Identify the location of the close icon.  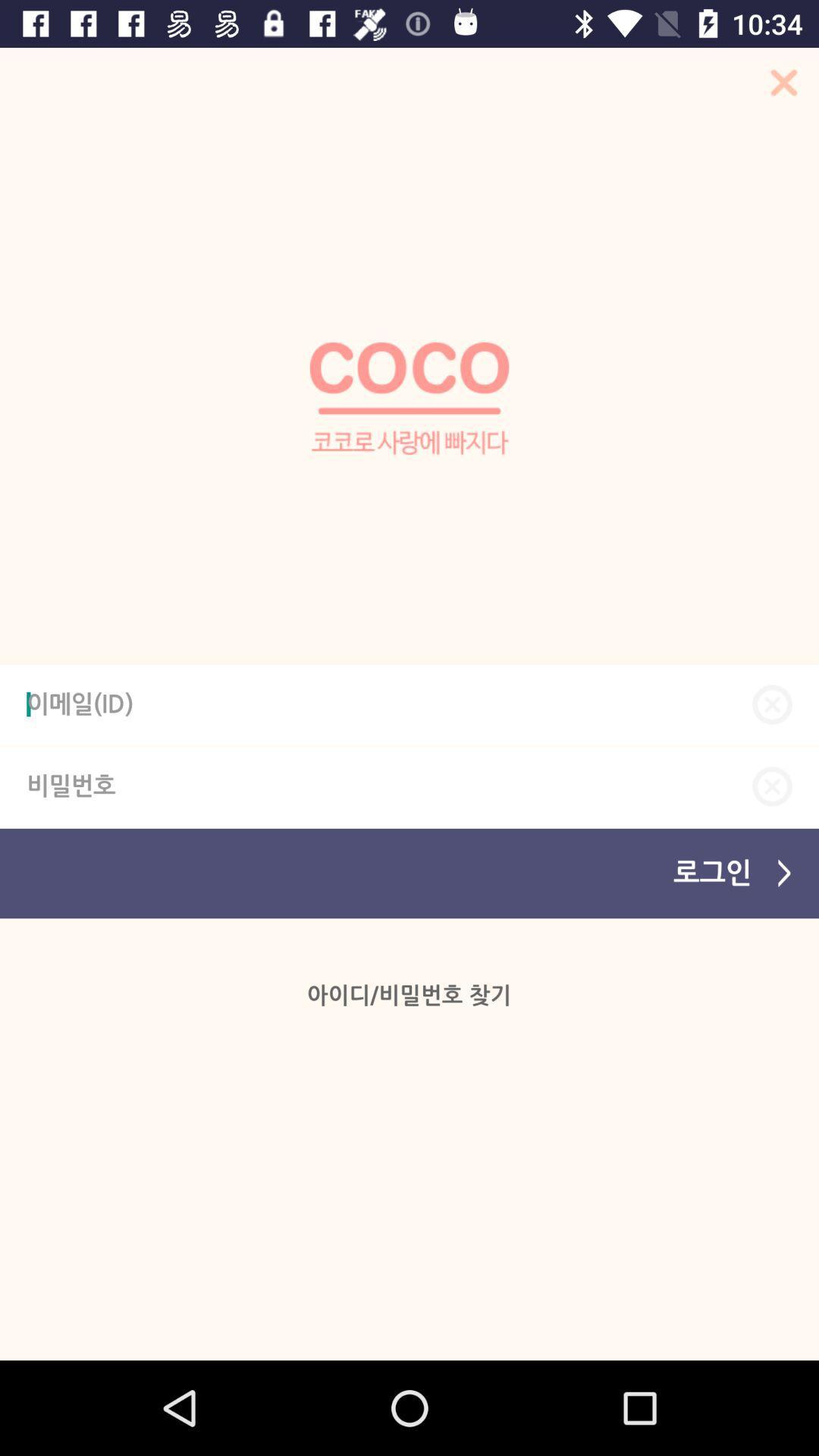
(772, 786).